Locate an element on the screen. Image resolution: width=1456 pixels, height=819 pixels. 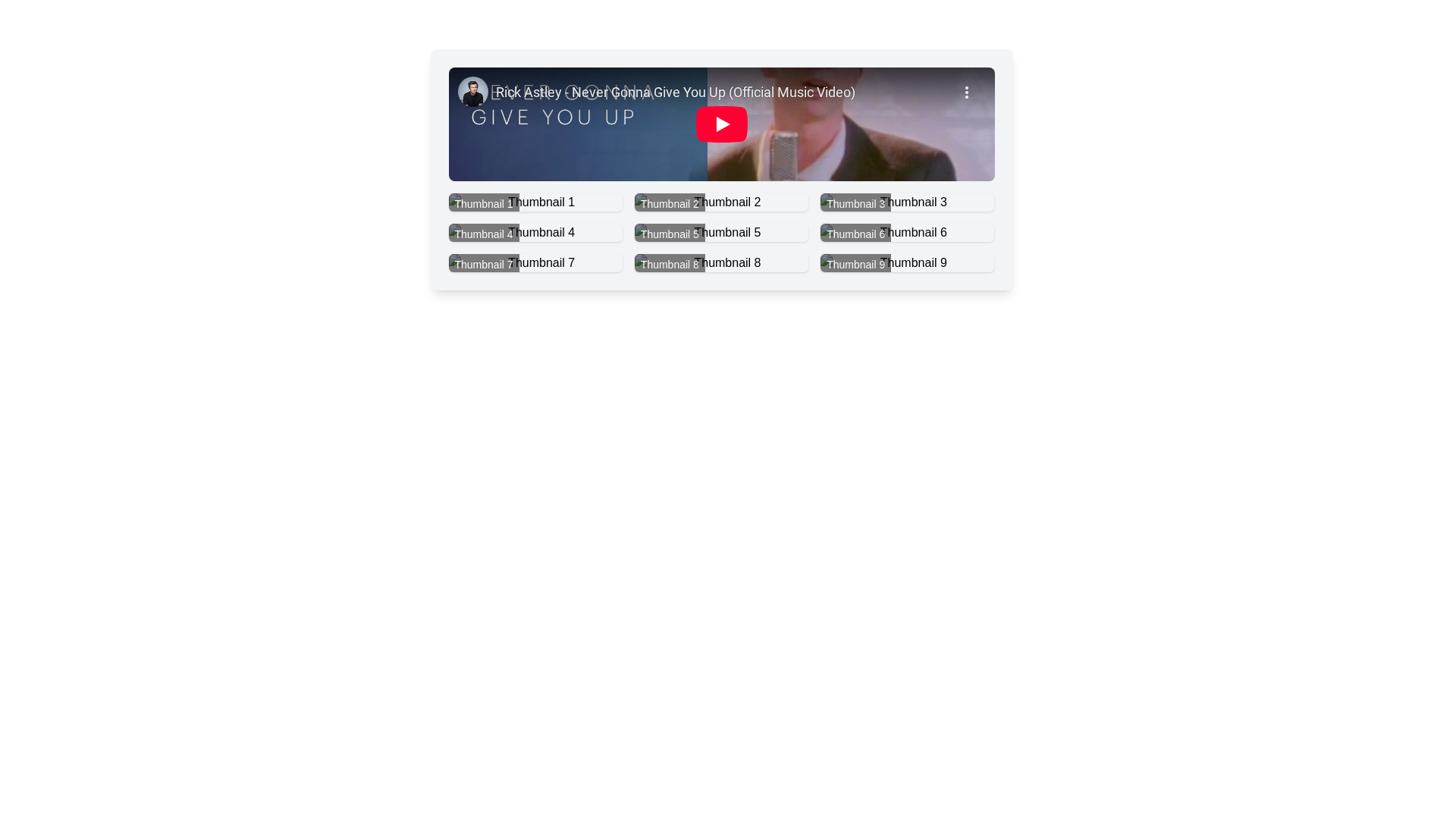
the selectable thumbnail located in the second row and third column of the grid layout, which displays a preview or links to detailed content is located at coordinates (907, 233).